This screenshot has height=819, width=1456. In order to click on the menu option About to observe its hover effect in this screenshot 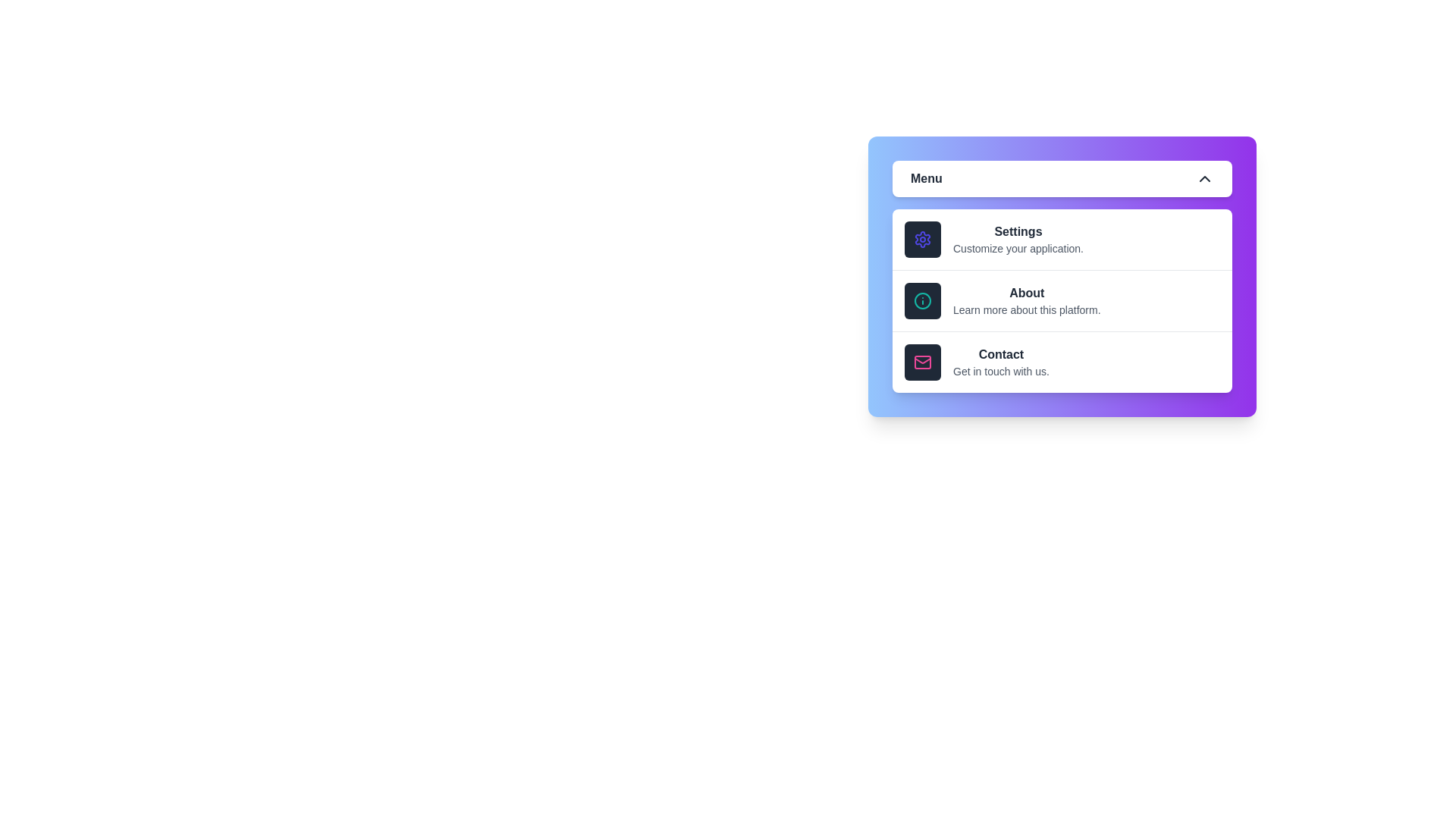, I will do `click(1062, 300)`.